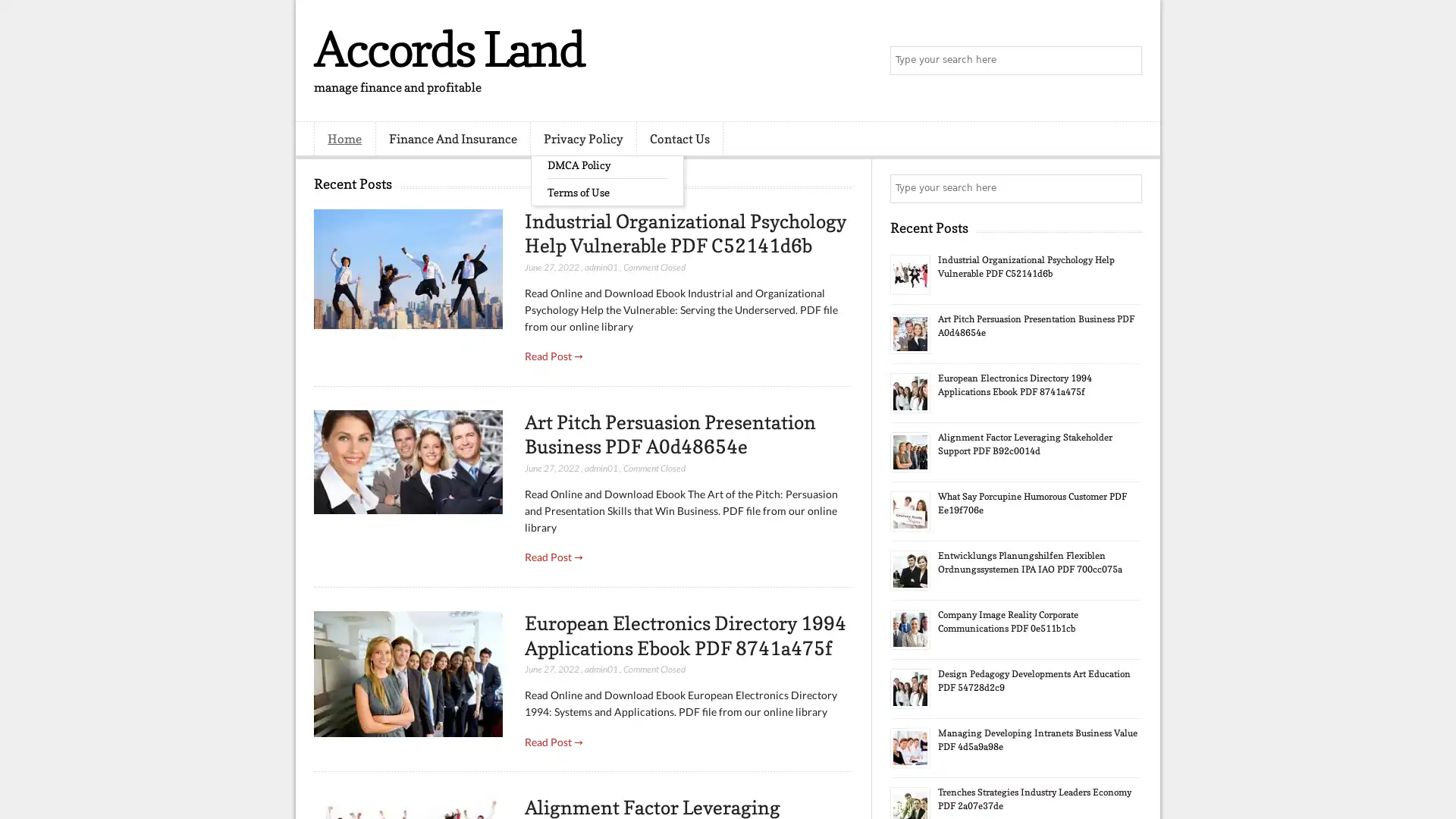 The image size is (1456, 819). What do you see at coordinates (1126, 188) in the screenshot?
I see `Search` at bounding box center [1126, 188].